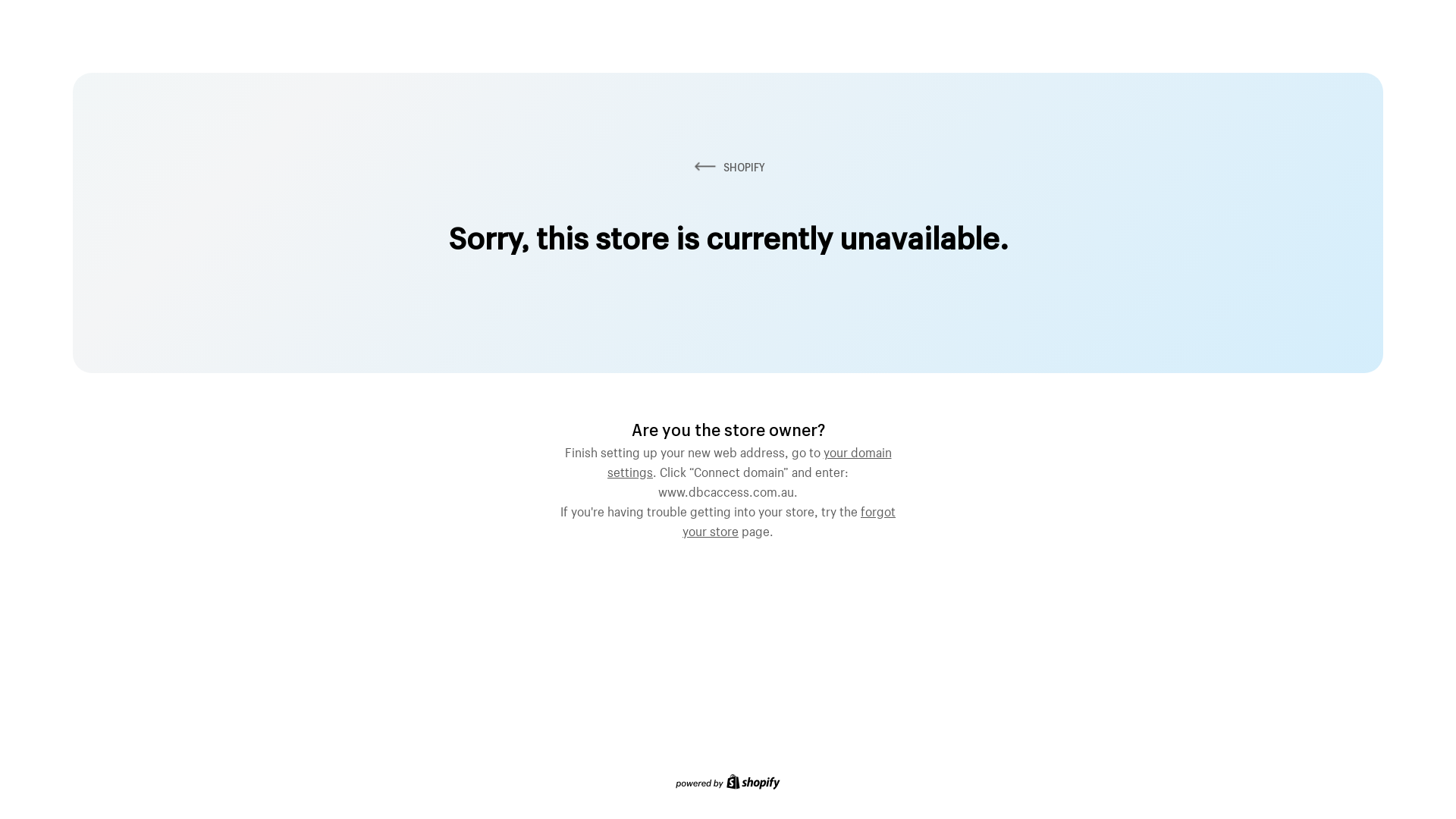 The height and width of the screenshot is (819, 1456). Describe the element at coordinates (728, 167) in the screenshot. I see `'SHOPIFY'` at that location.